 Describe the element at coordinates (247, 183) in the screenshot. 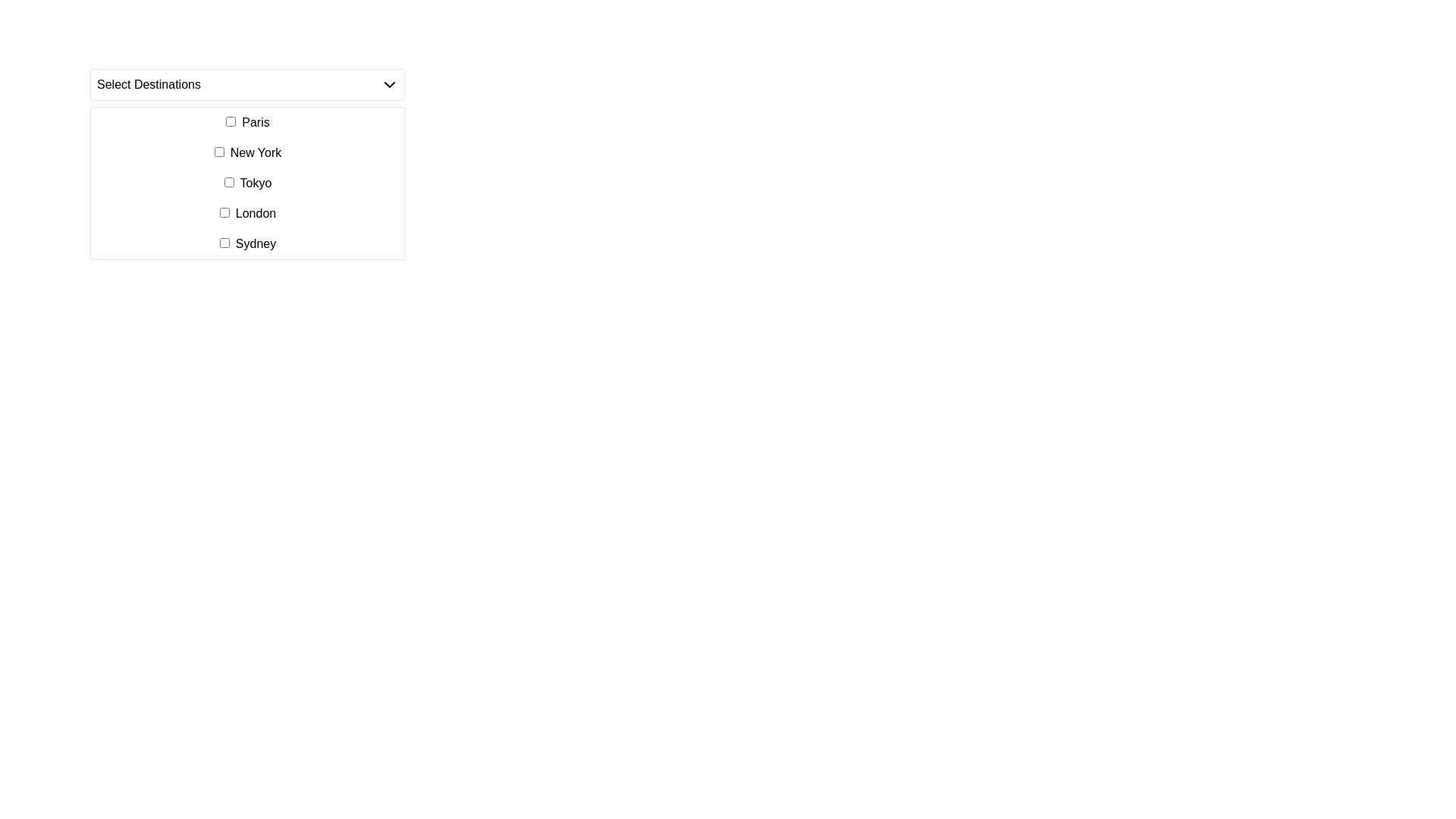

I see `the dropdown list containing checkboxes and labels to read the options available for selection, including Paris, New York, Tokyo, London, and Sydney` at that location.